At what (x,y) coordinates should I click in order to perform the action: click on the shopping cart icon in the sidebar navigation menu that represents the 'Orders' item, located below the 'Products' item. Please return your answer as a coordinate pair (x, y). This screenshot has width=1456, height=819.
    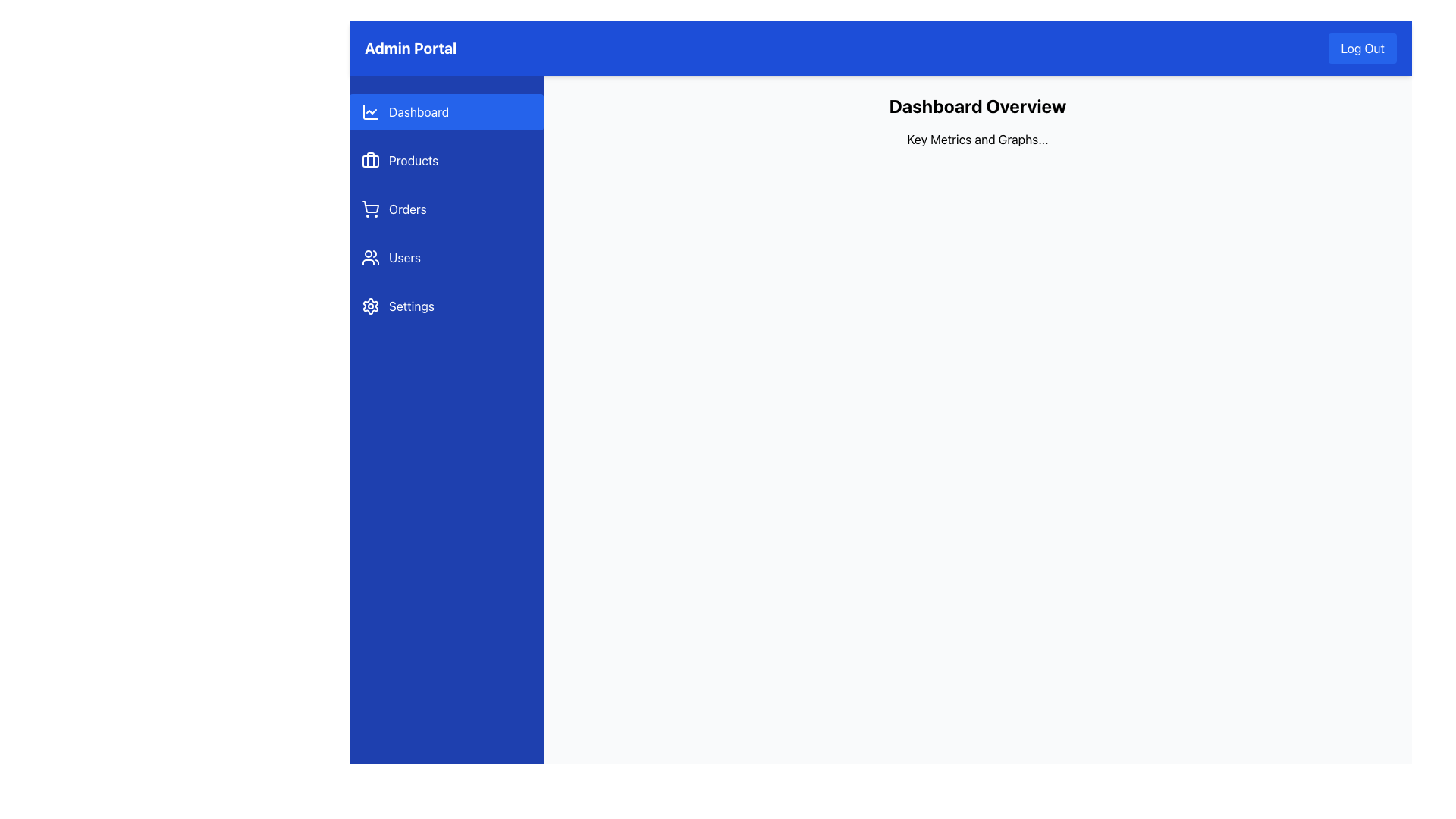
    Looking at the image, I should click on (371, 209).